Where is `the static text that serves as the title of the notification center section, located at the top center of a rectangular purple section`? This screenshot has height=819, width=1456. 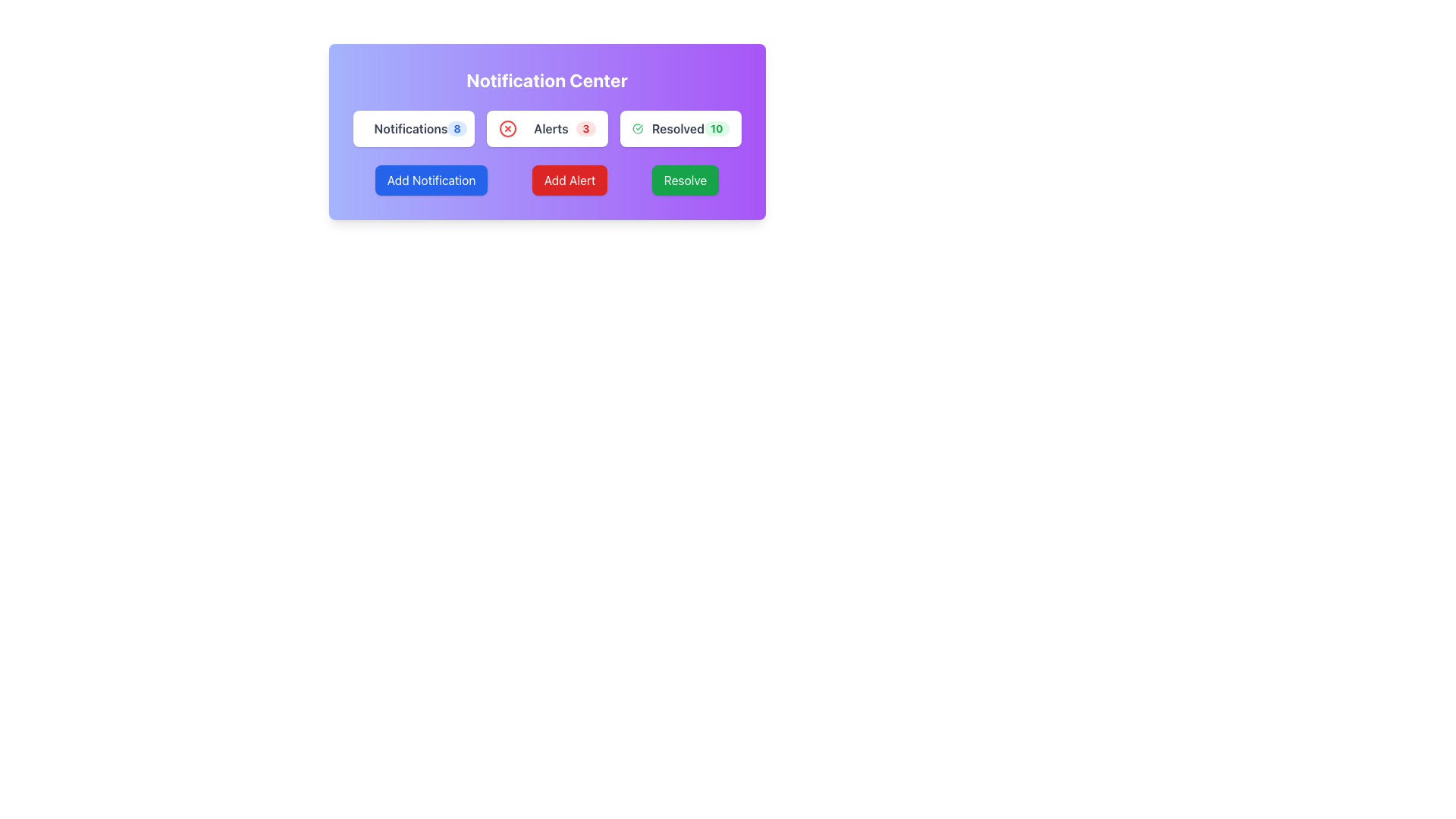
the static text that serves as the title of the notification center section, located at the top center of a rectangular purple section is located at coordinates (546, 80).